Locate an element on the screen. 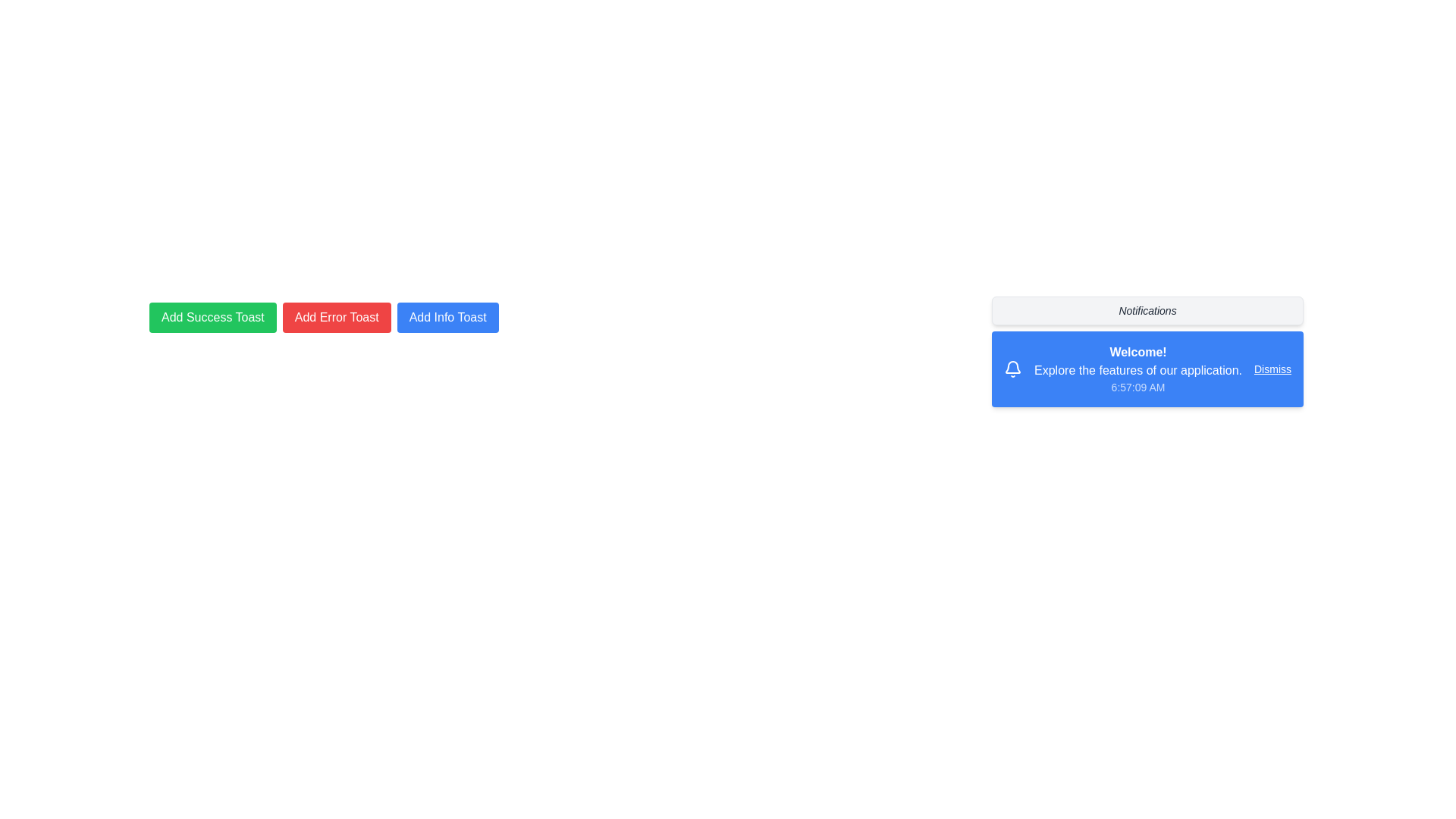 The width and height of the screenshot is (1456, 819). the Text link in the top-right corner of the notification card to change its text color is located at coordinates (1272, 369).